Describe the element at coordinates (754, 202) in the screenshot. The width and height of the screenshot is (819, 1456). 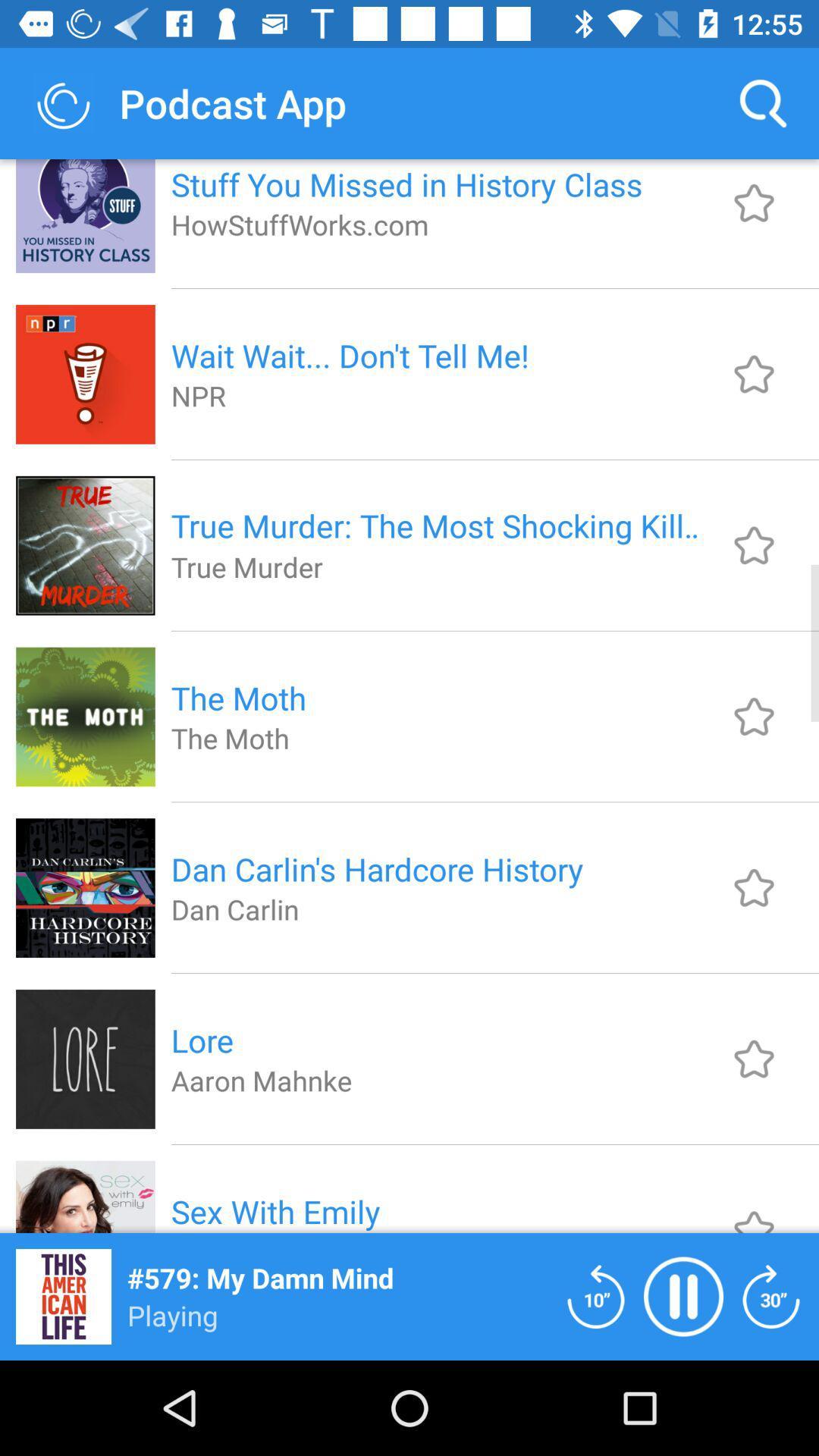
I see `star` at that location.